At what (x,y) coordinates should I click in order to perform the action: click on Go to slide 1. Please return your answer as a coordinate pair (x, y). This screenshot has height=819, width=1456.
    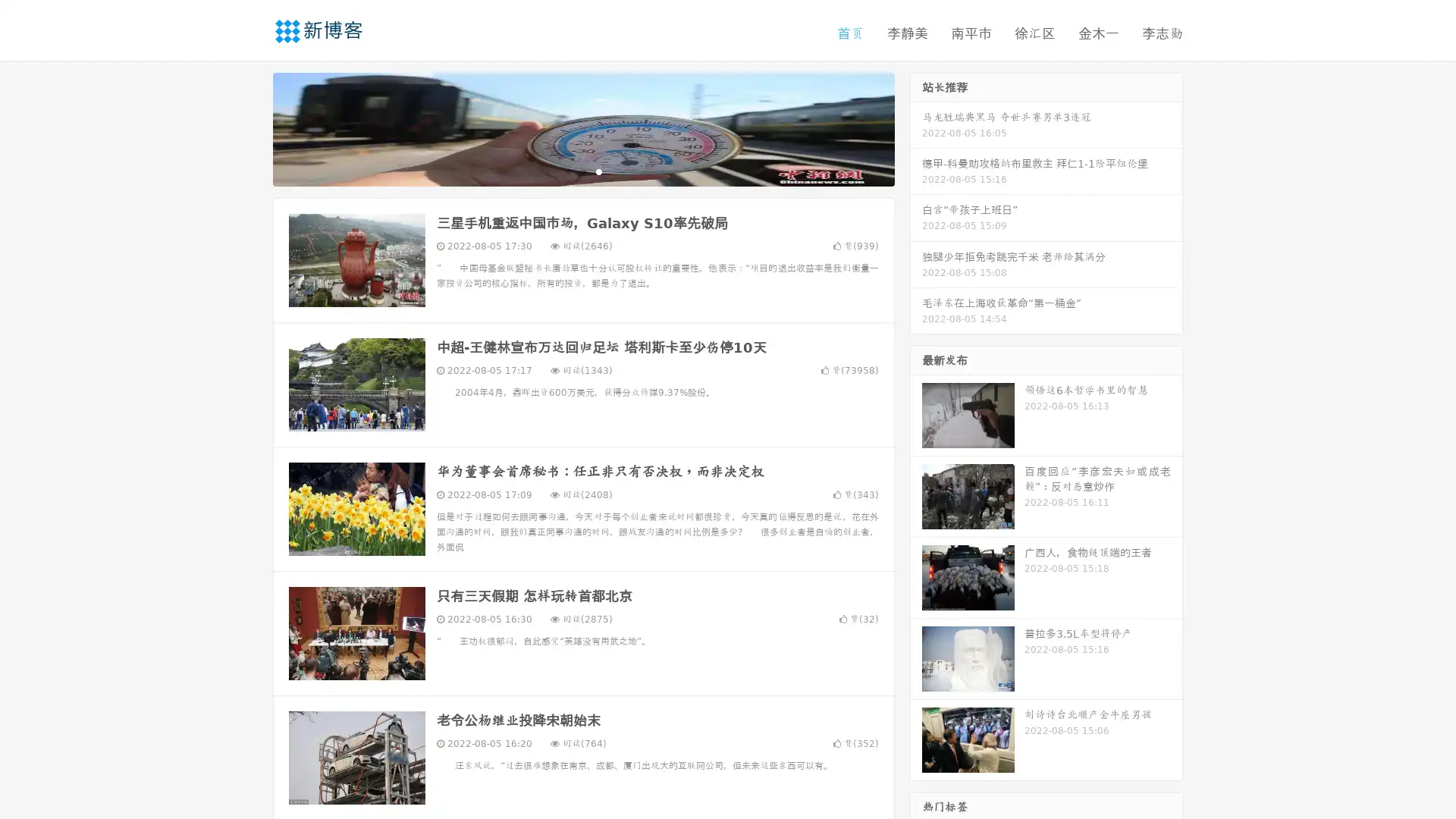
    Looking at the image, I should click on (567, 171).